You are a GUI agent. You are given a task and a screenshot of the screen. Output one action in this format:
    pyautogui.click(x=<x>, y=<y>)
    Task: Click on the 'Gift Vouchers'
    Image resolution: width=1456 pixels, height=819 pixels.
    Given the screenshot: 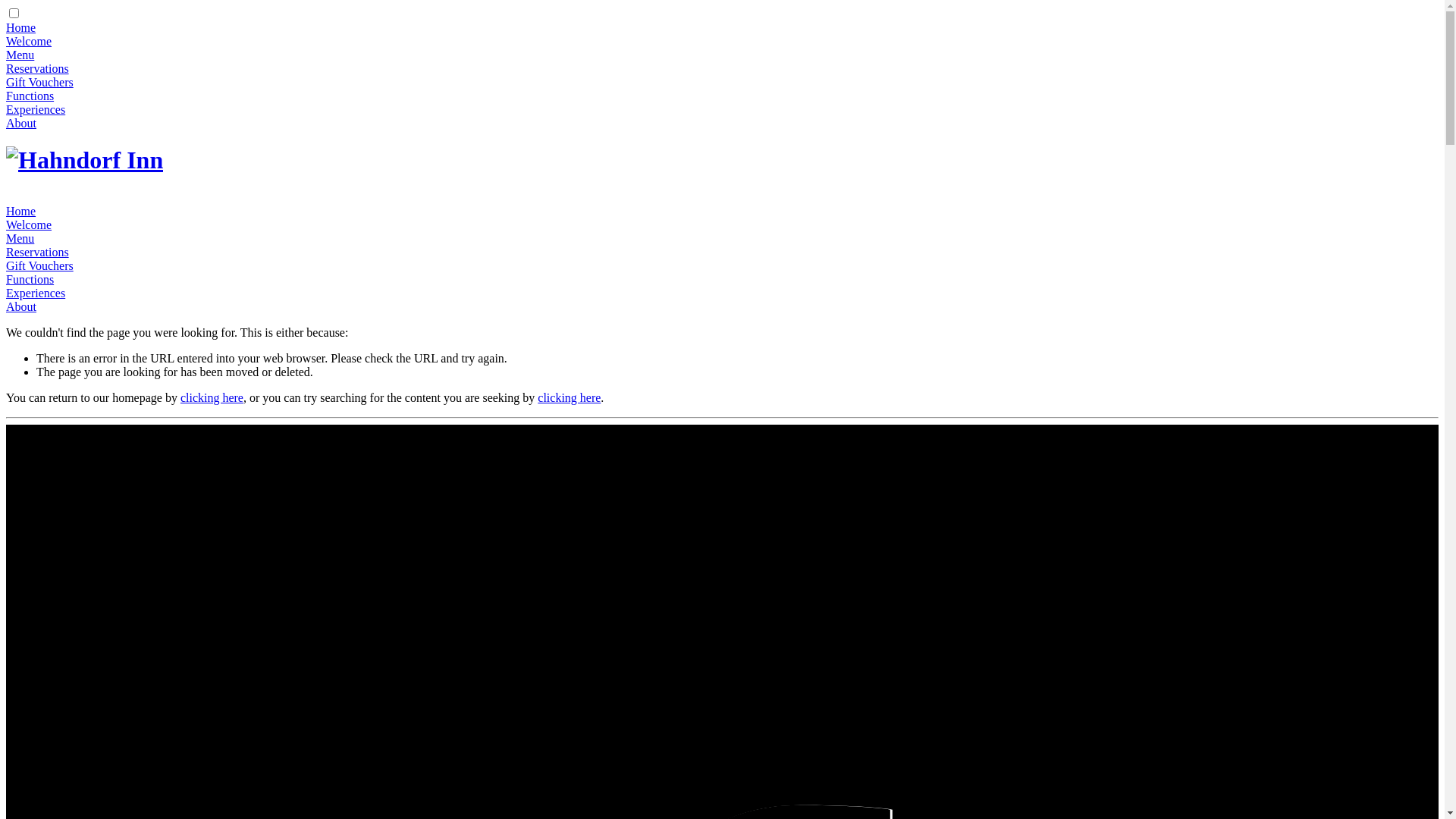 What is the action you would take?
    pyautogui.click(x=39, y=265)
    